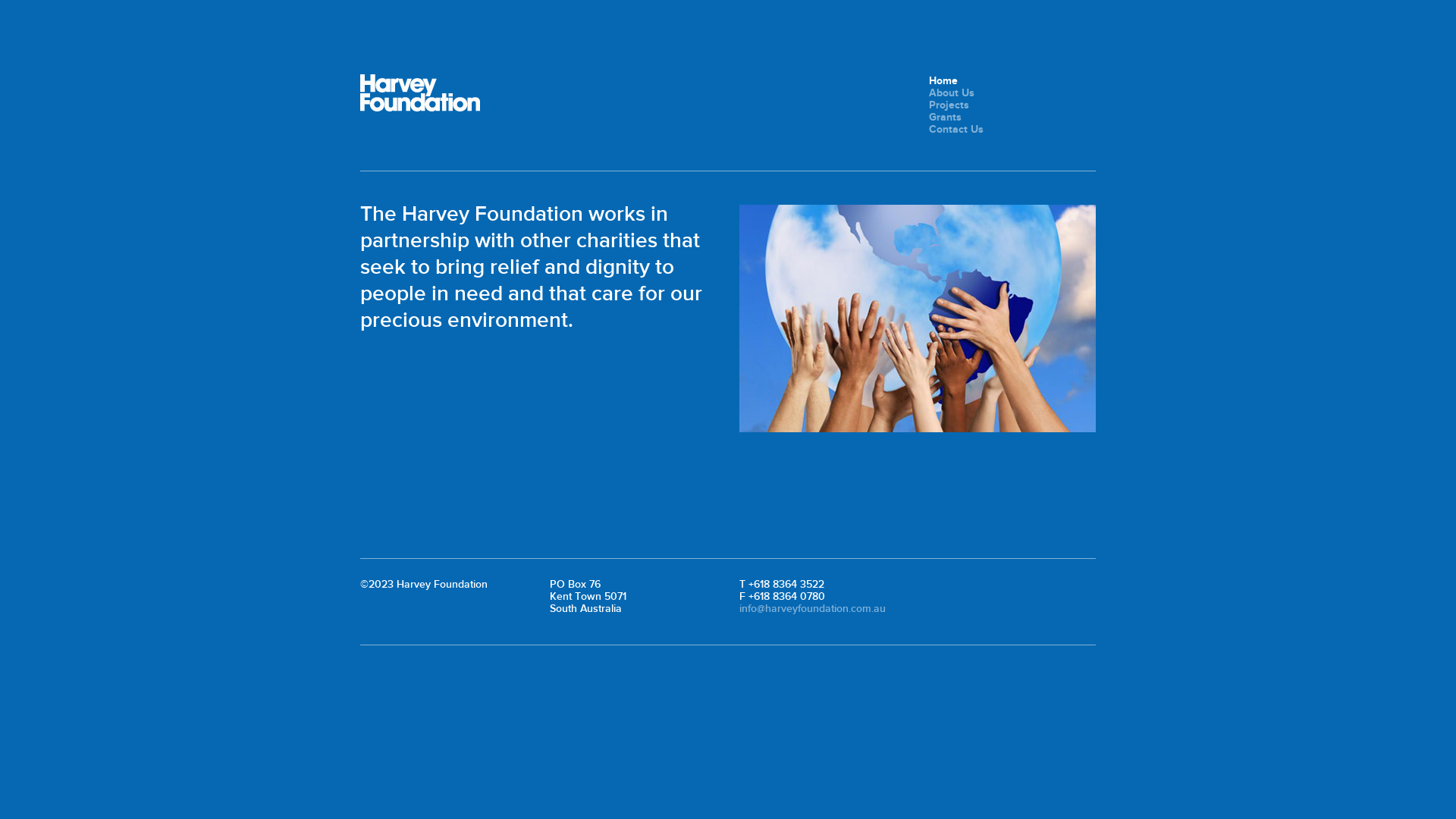 Image resolution: width=1456 pixels, height=819 pixels. I want to click on 'Contact Us', so click(955, 127).